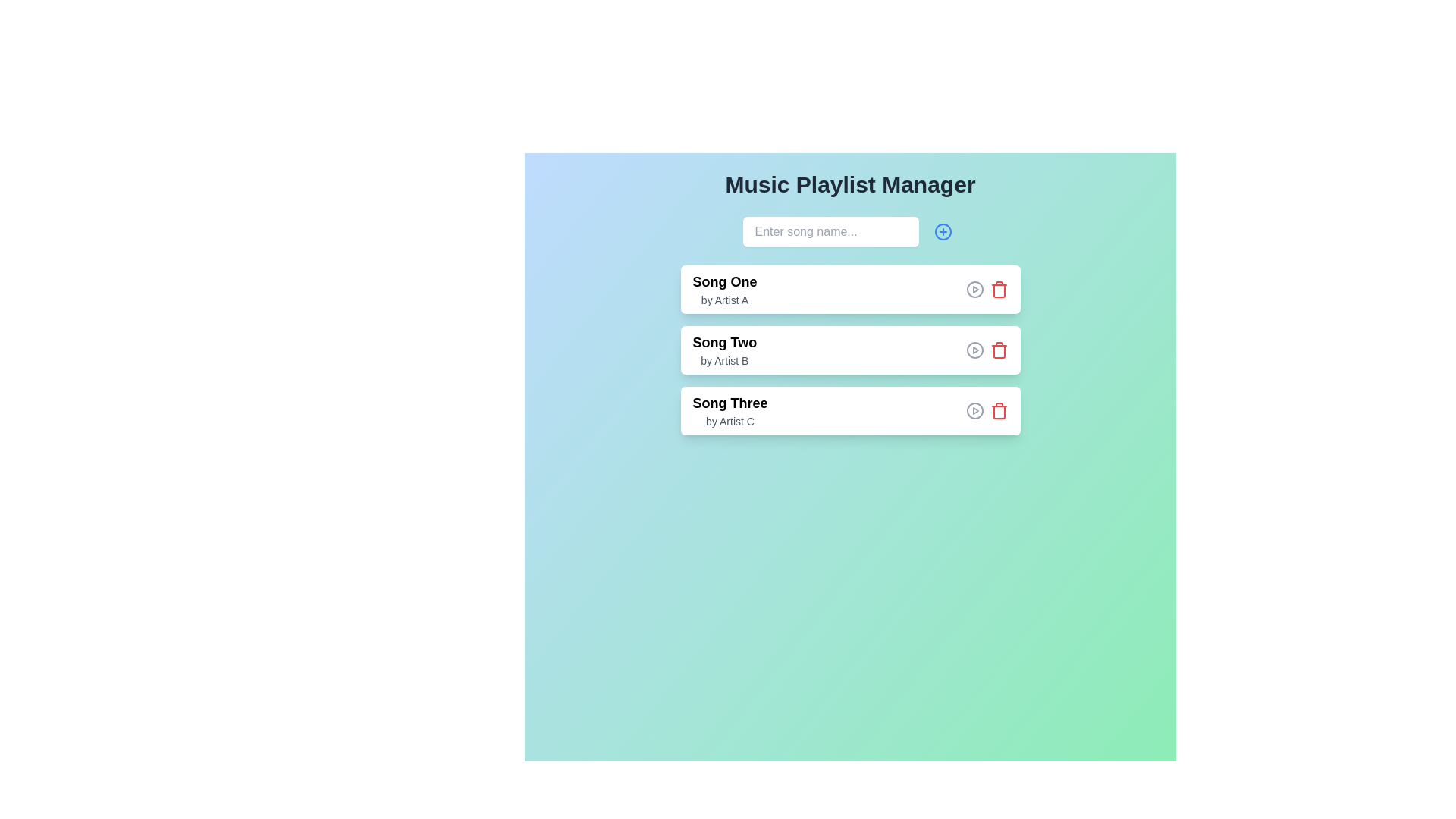 This screenshot has height=819, width=1456. What do you see at coordinates (723, 289) in the screenshot?
I see `the text label displaying the first song title and artist's name in the music playlist manager for potential additional interactions` at bounding box center [723, 289].